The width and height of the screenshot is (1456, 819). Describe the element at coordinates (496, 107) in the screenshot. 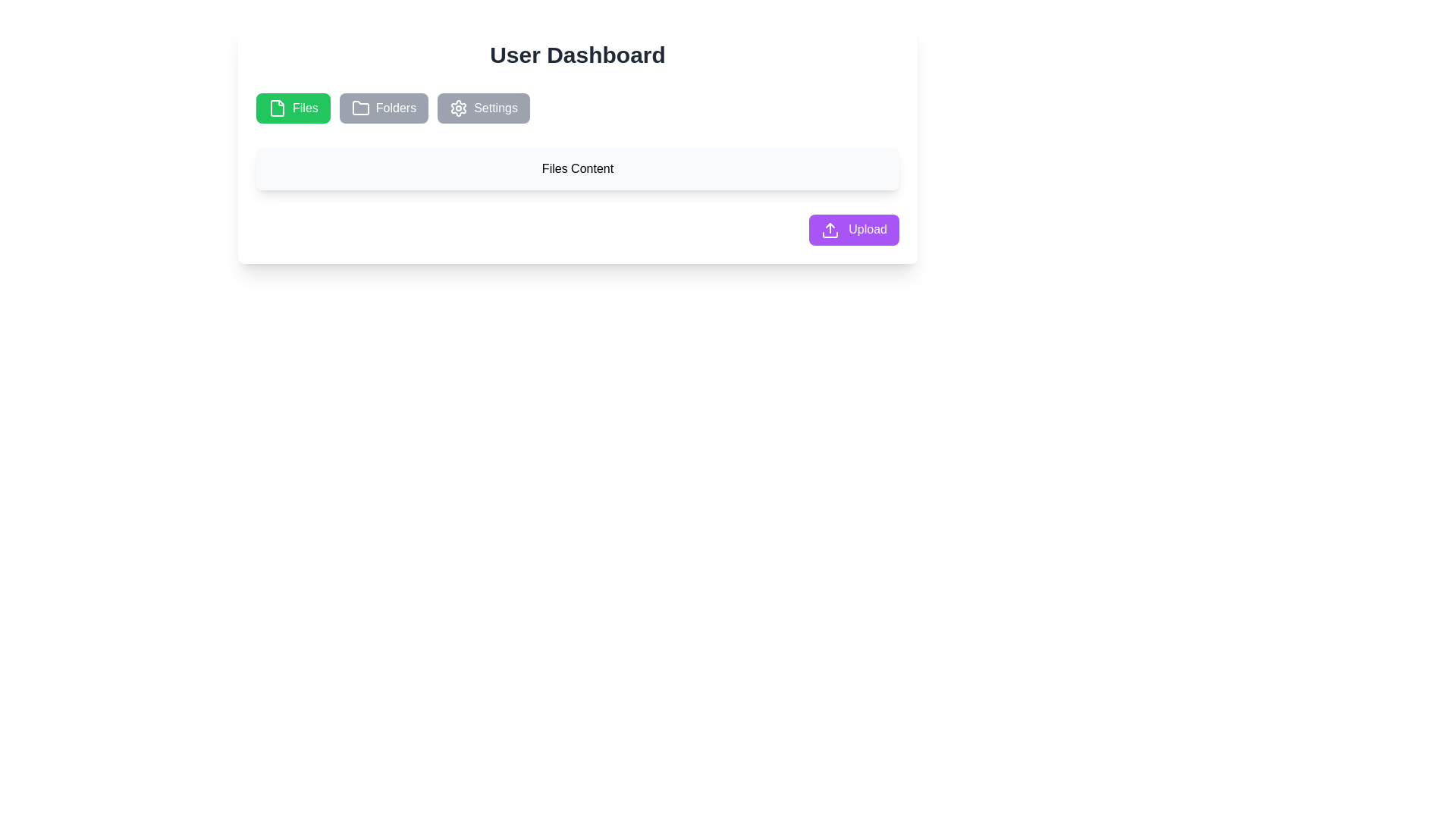

I see `the 'Settings' text label within the button, which is styled in white font against a gray background, located at the right end of the button bar` at that location.